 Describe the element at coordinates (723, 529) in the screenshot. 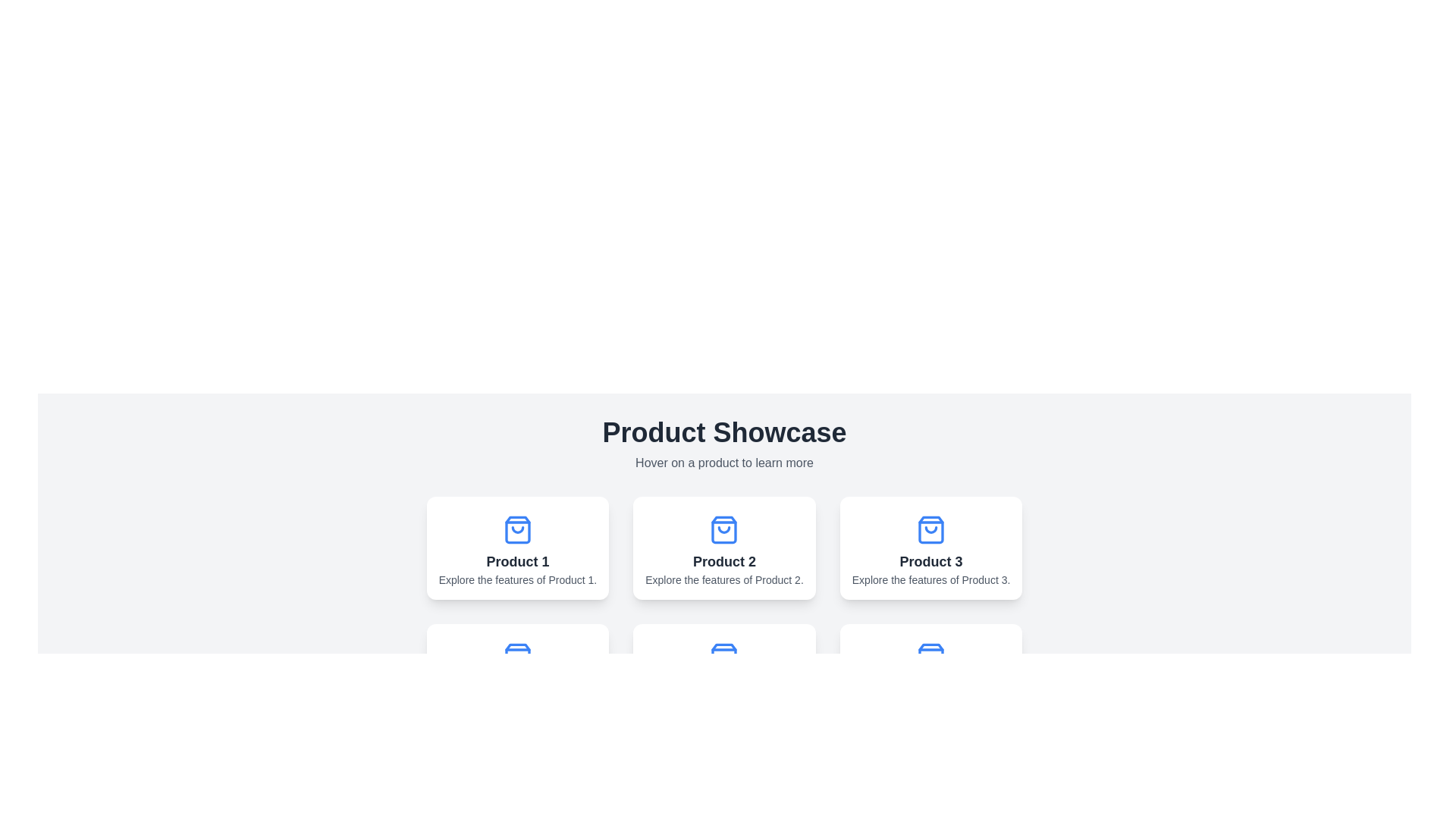

I see `the blue shopping bag icon located at the top of the card labeled 'Product 2', which is centered horizontally within the card just below the upper margin` at that location.